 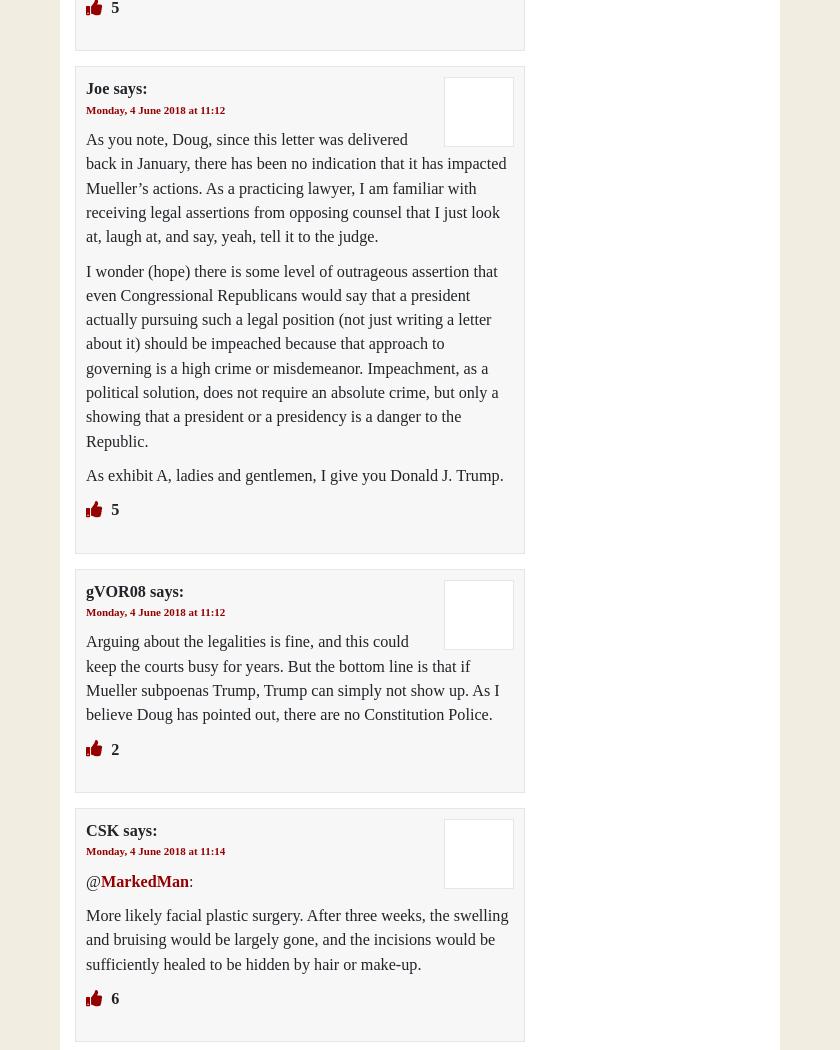 What do you see at coordinates (86, 851) in the screenshot?
I see `'Monday, 4 June 2018 at 11:14'` at bounding box center [86, 851].